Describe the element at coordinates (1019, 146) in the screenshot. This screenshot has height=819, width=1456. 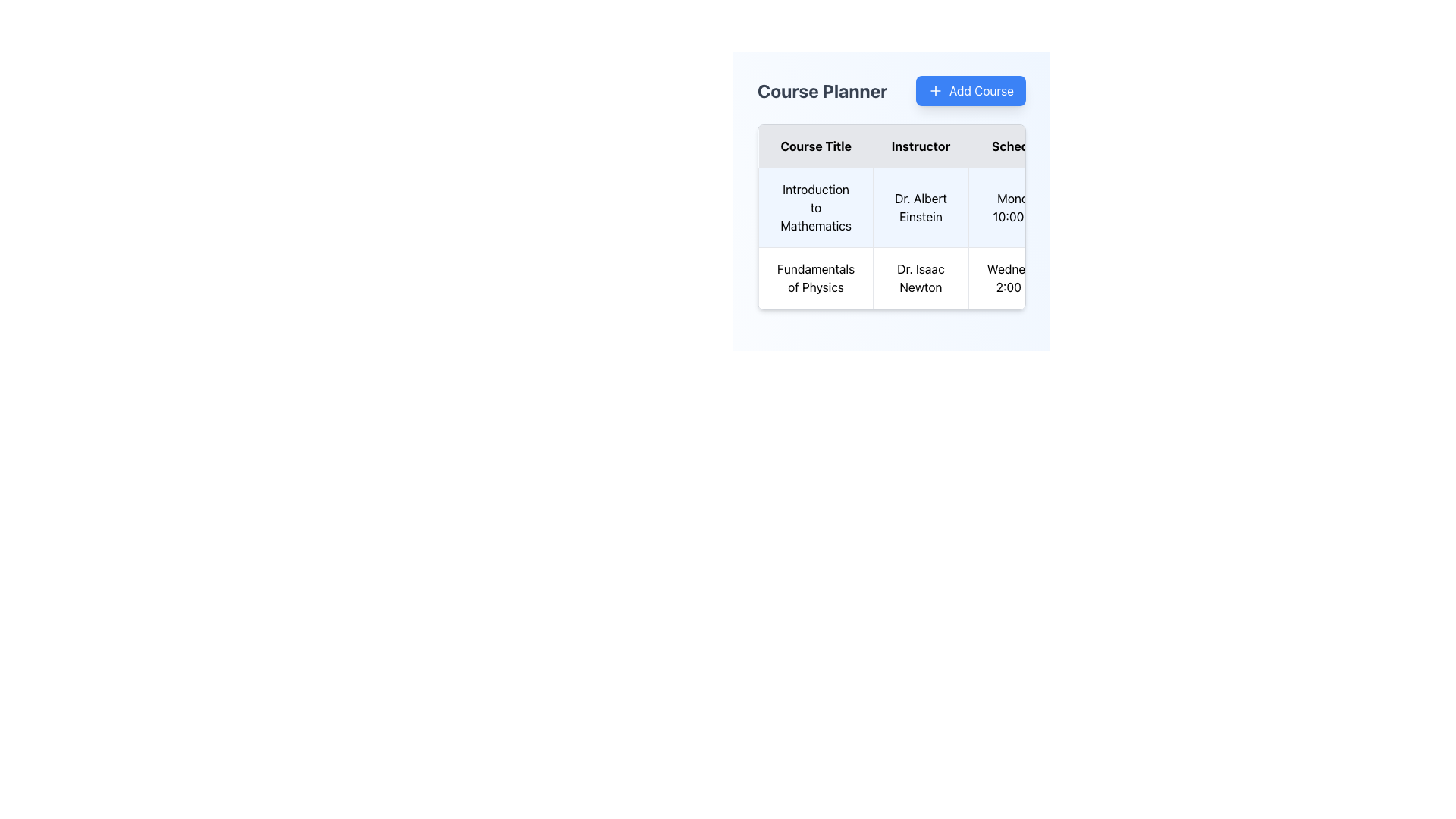
I see `the table column header labeled 'Schedule', which is the third column header in the table, positioned between 'Instructor' and 'Actions'` at that location.